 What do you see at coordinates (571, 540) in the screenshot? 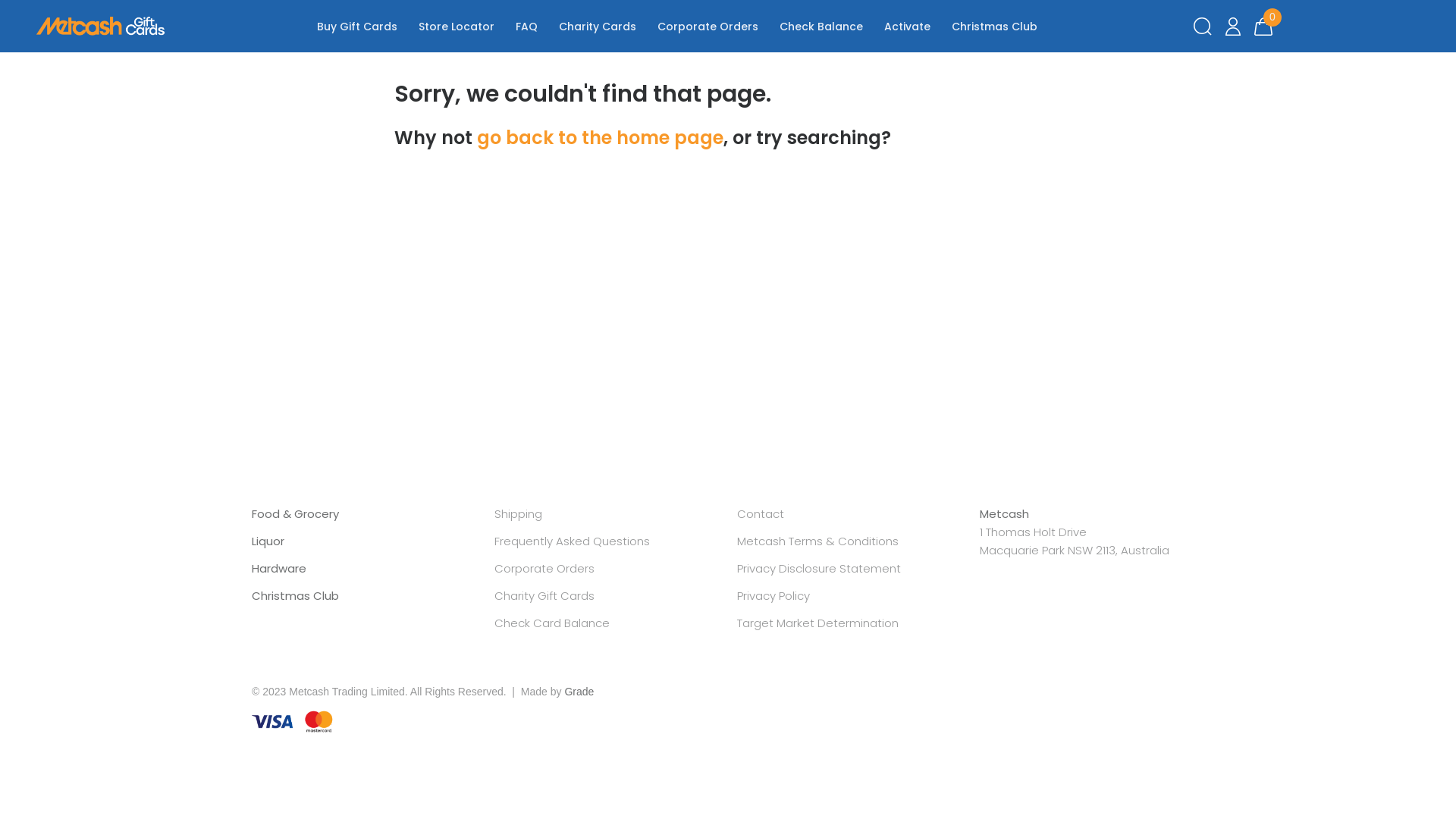
I see `'Frequently Asked Questions'` at bounding box center [571, 540].